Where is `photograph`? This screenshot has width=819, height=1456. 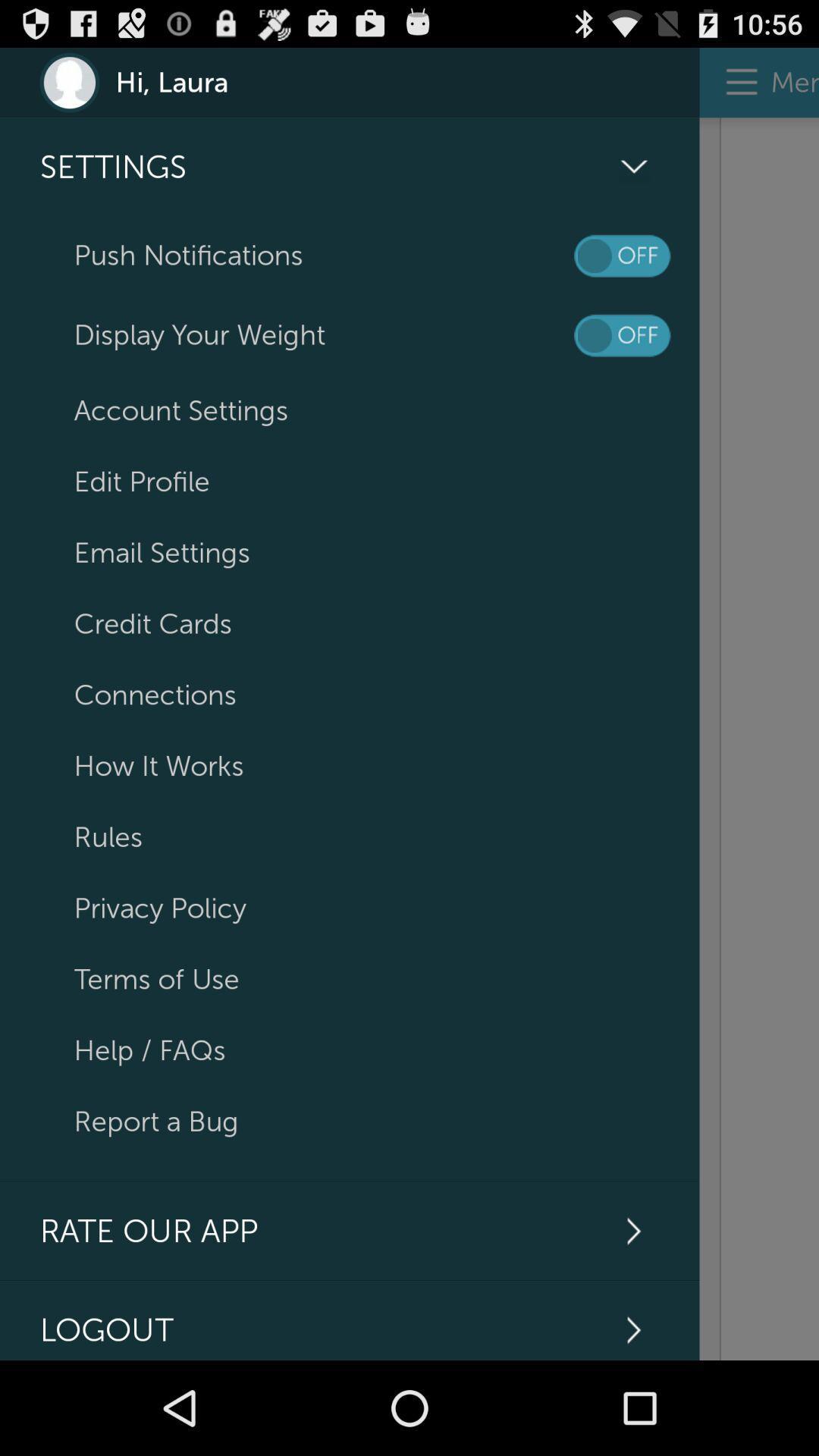 photograph is located at coordinates (759, 739).